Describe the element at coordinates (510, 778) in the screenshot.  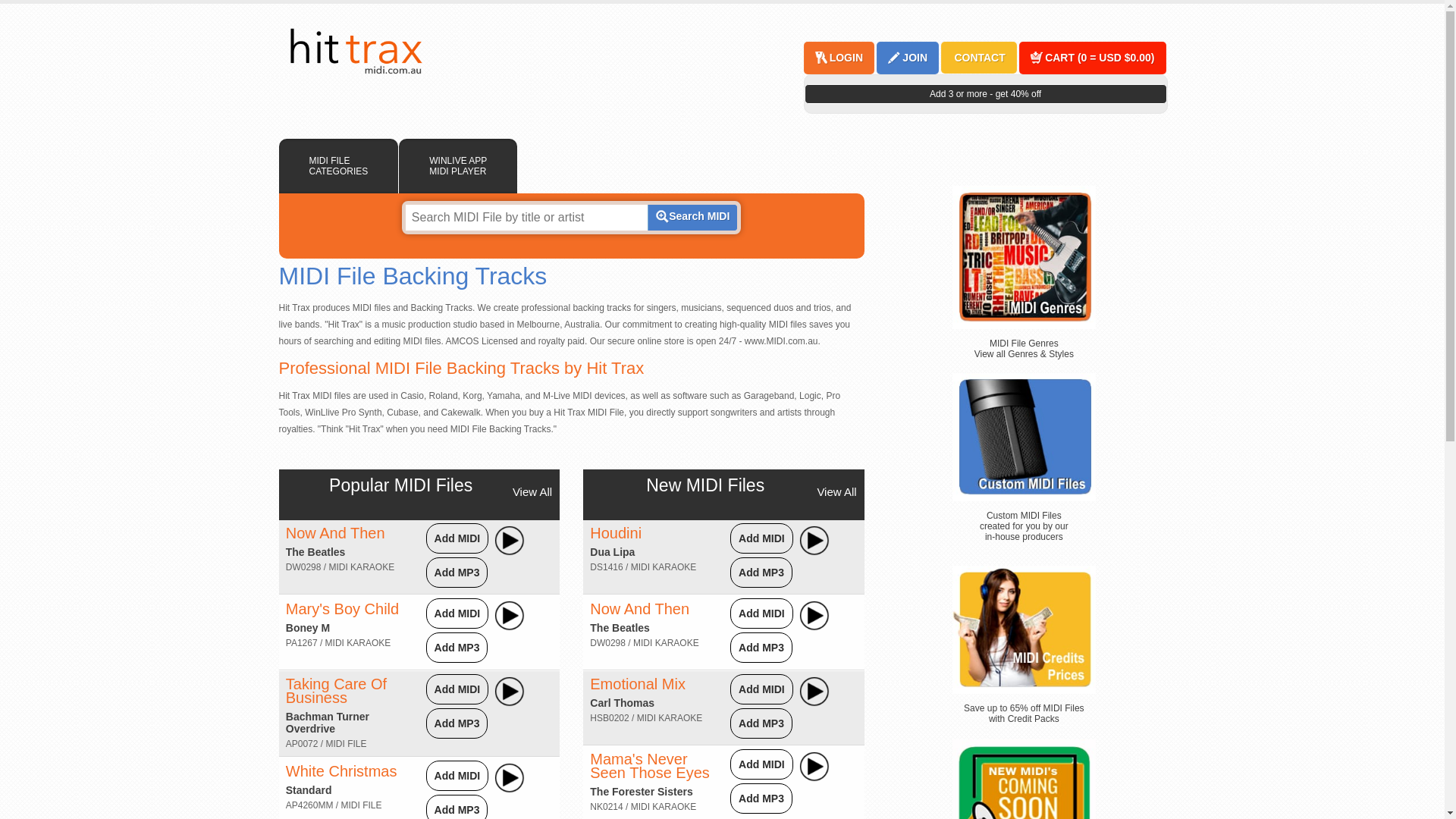
I see `'Play White Christmas'` at that location.